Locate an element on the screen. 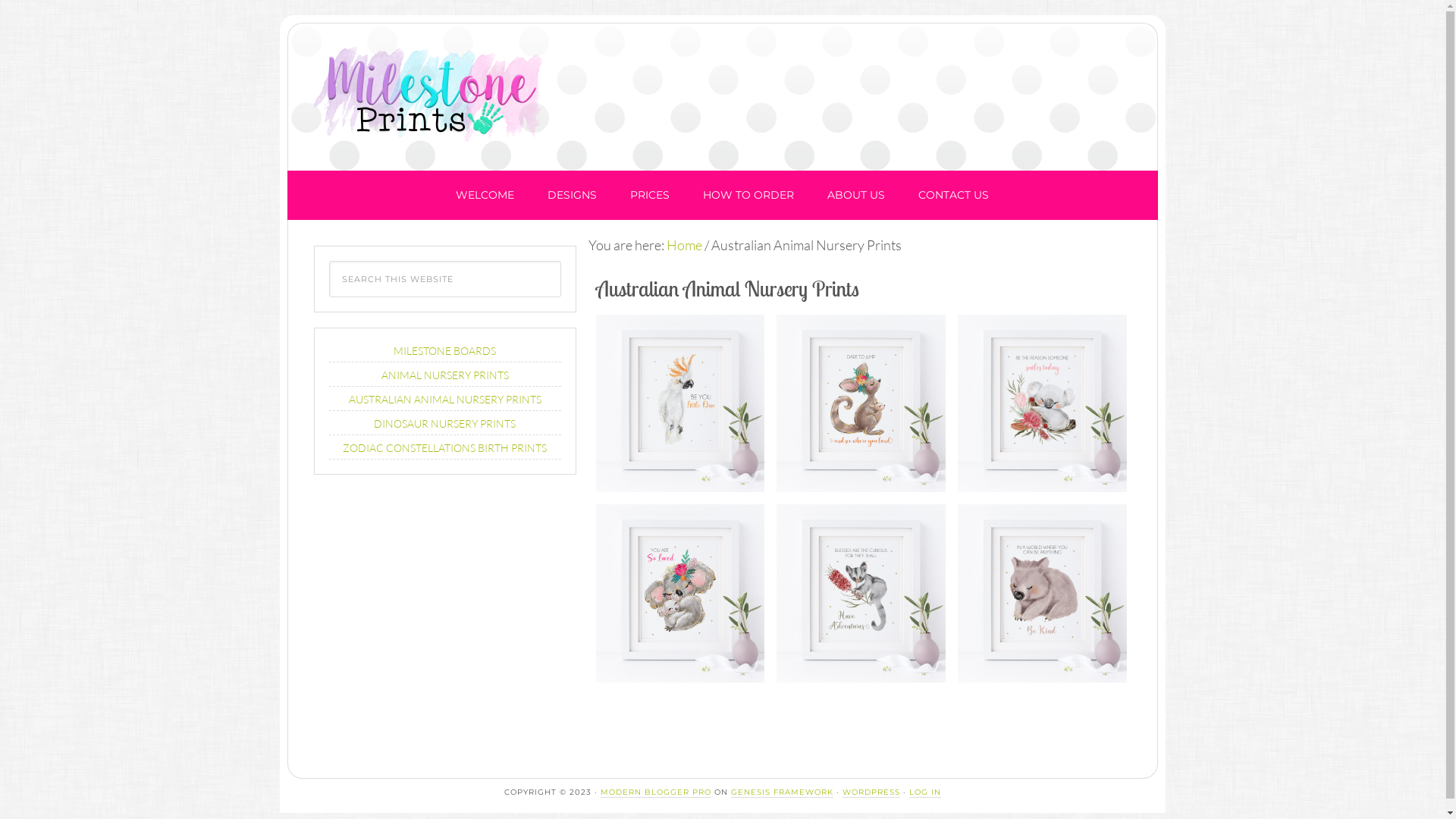 The width and height of the screenshot is (1456, 819). 'WELCOME' is located at coordinates (484, 194).